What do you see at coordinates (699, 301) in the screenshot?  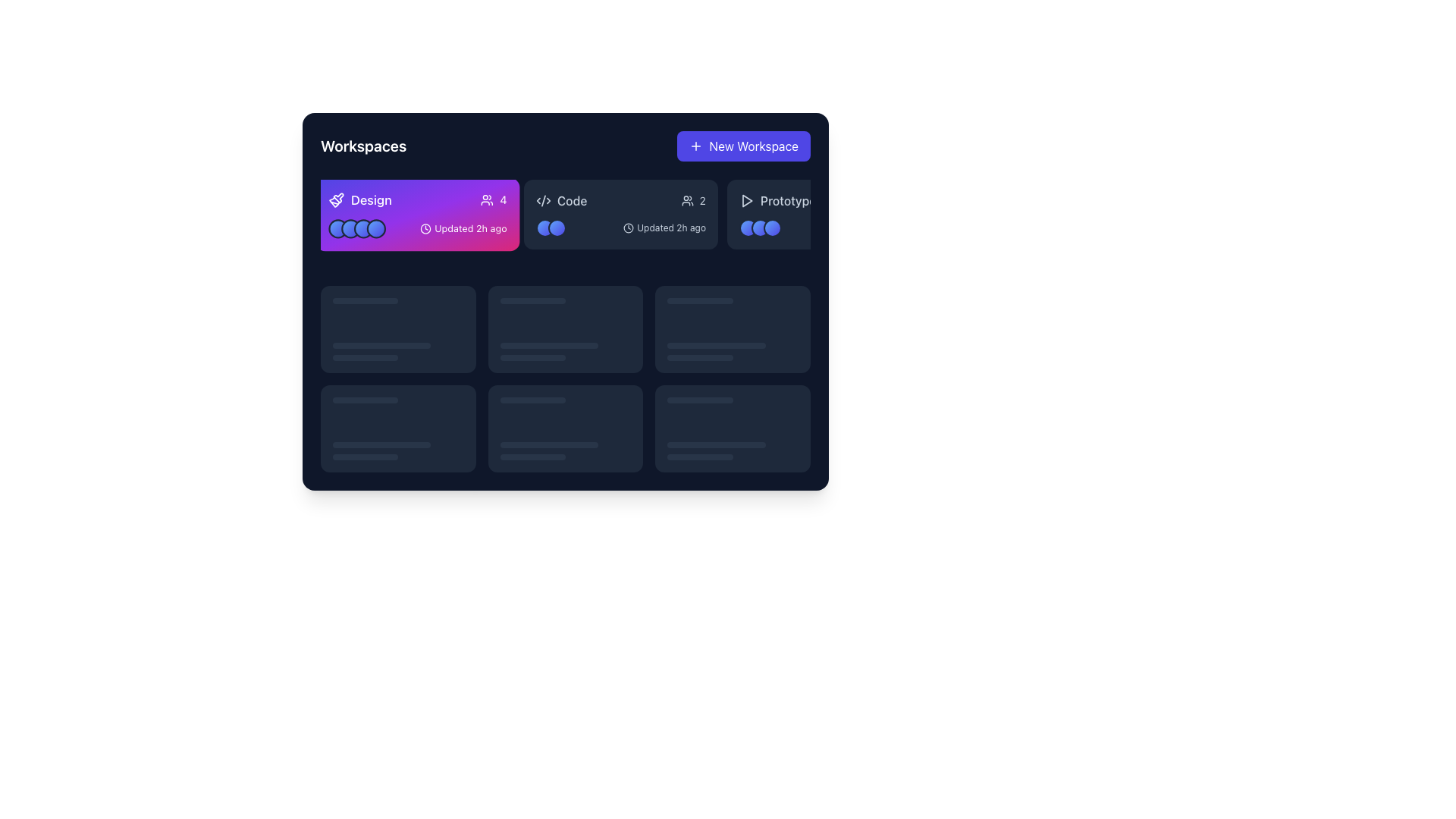 I see `the Loading placeholder bar, which is the first item in the second row of a grid layout, indicating a loading state for content` at bounding box center [699, 301].